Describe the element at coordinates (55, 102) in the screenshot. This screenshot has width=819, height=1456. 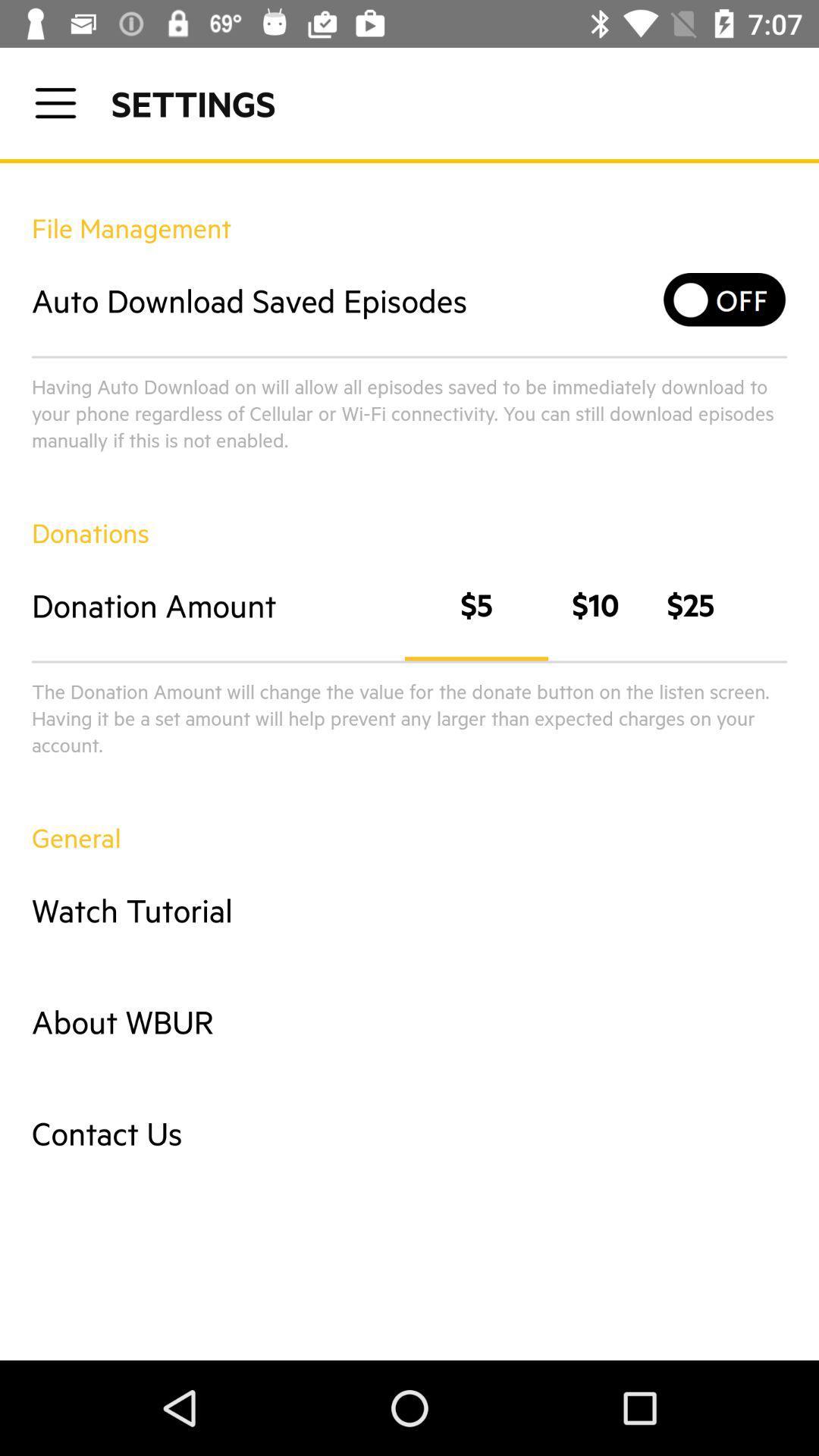
I see `open menu` at that location.